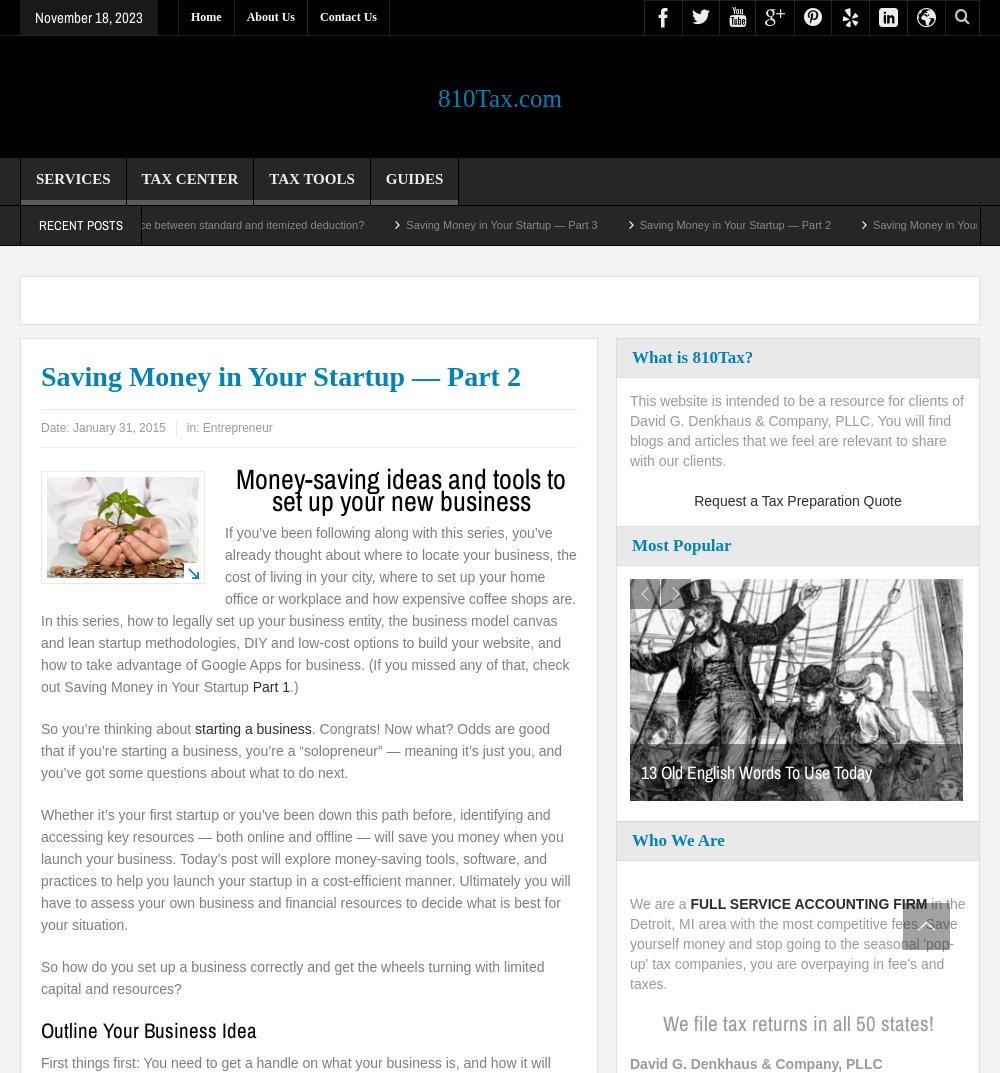 This screenshot has height=1073, width=1000. What do you see at coordinates (797, 944) in the screenshot?
I see `'in the Detroit, MI area with the most competitive fees. Save yourself money and stop going to the seasonal 'pop-up' tax companies, you are overpaying in fee's and taxes.'` at bounding box center [797, 944].